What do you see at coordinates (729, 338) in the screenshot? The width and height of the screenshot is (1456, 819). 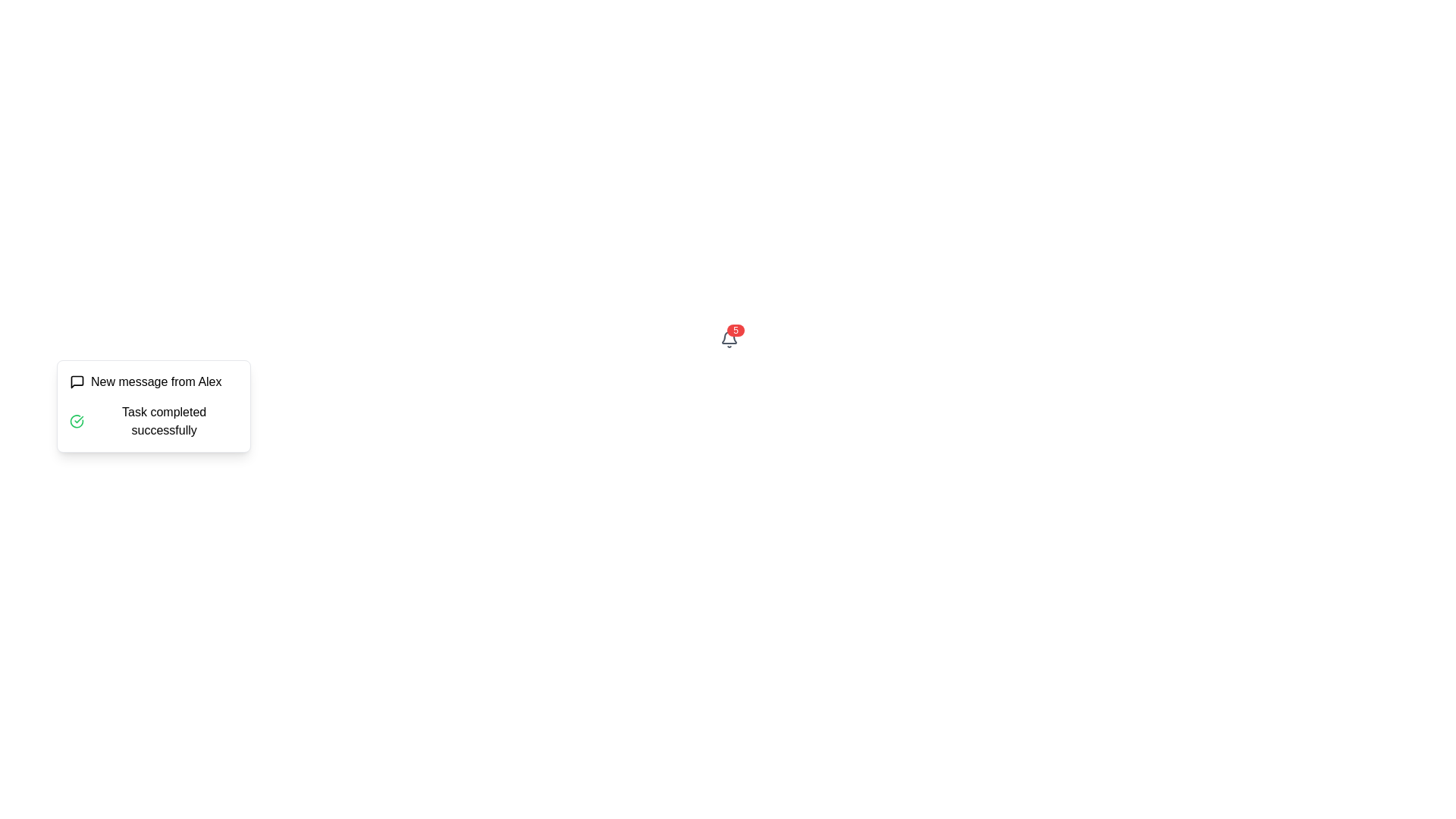 I see `the interactive notification icon styled as a gray bell with a red badge showing the number '5'` at bounding box center [729, 338].